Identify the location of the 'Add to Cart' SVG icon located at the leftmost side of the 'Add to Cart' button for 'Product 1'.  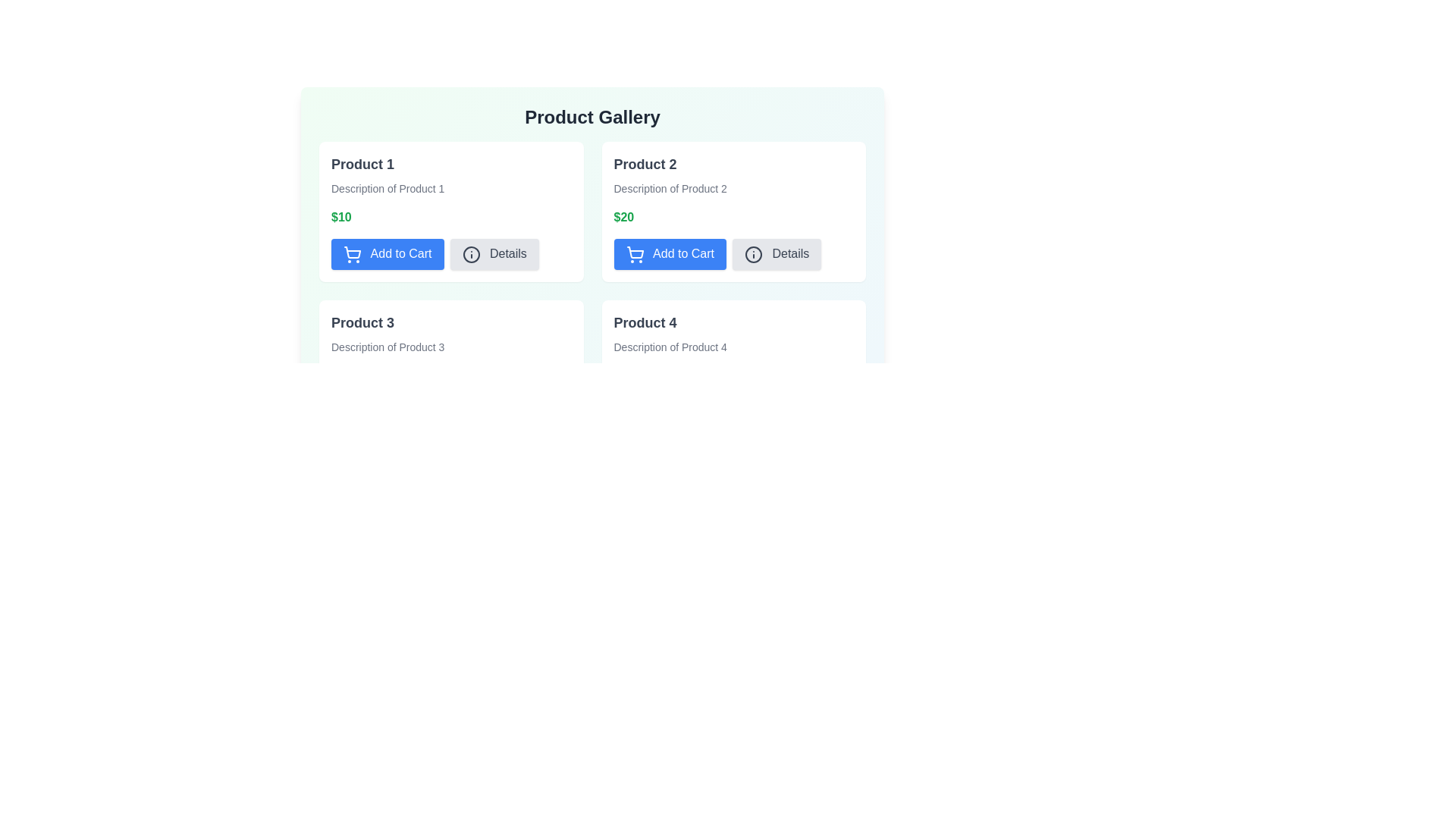
(352, 253).